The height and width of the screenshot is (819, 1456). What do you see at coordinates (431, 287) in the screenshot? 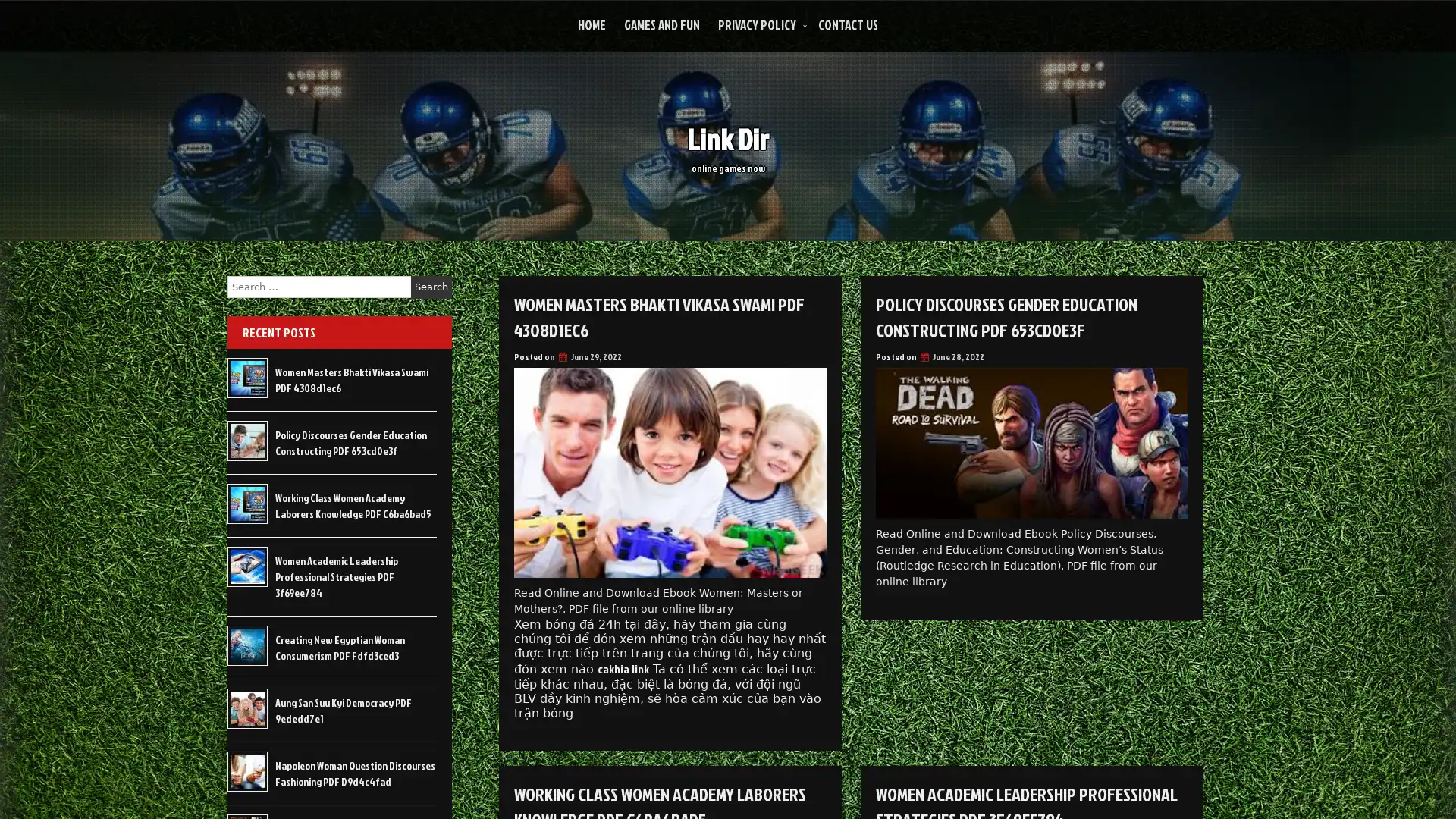
I see `Search` at bounding box center [431, 287].